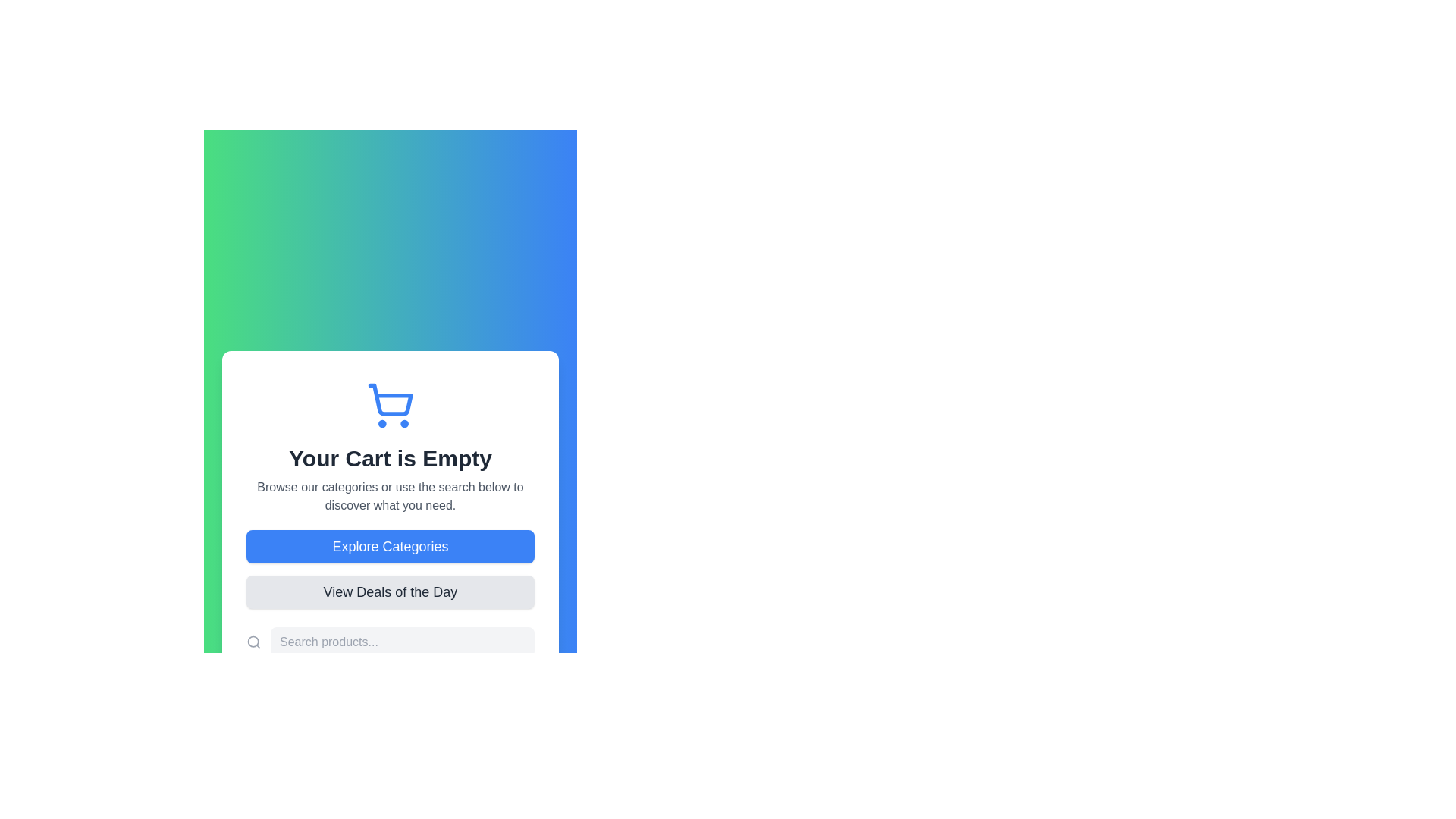 This screenshot has width=1456, height=819. What do you see at coordinates (390, 538) in the screenshot?
I see `the 'Explore Categories' button, which is a rectangular button with a blue background and rounded corners, located centrally below the text 'Your Cart is Empty.'` at bounding box center [390, 538].